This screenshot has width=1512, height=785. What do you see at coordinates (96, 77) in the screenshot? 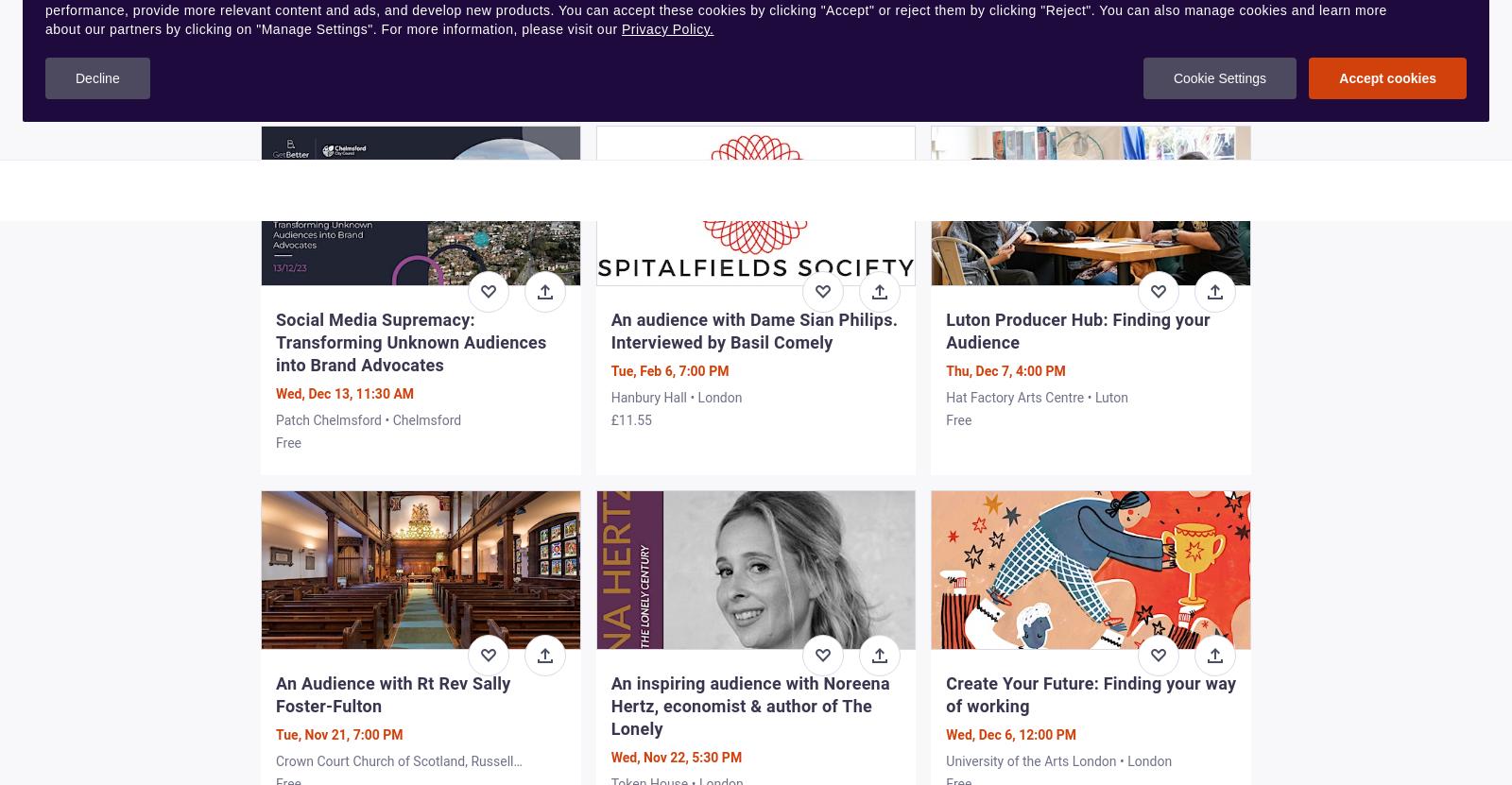
I see `'Decline'` at bounding box center [96, 77].